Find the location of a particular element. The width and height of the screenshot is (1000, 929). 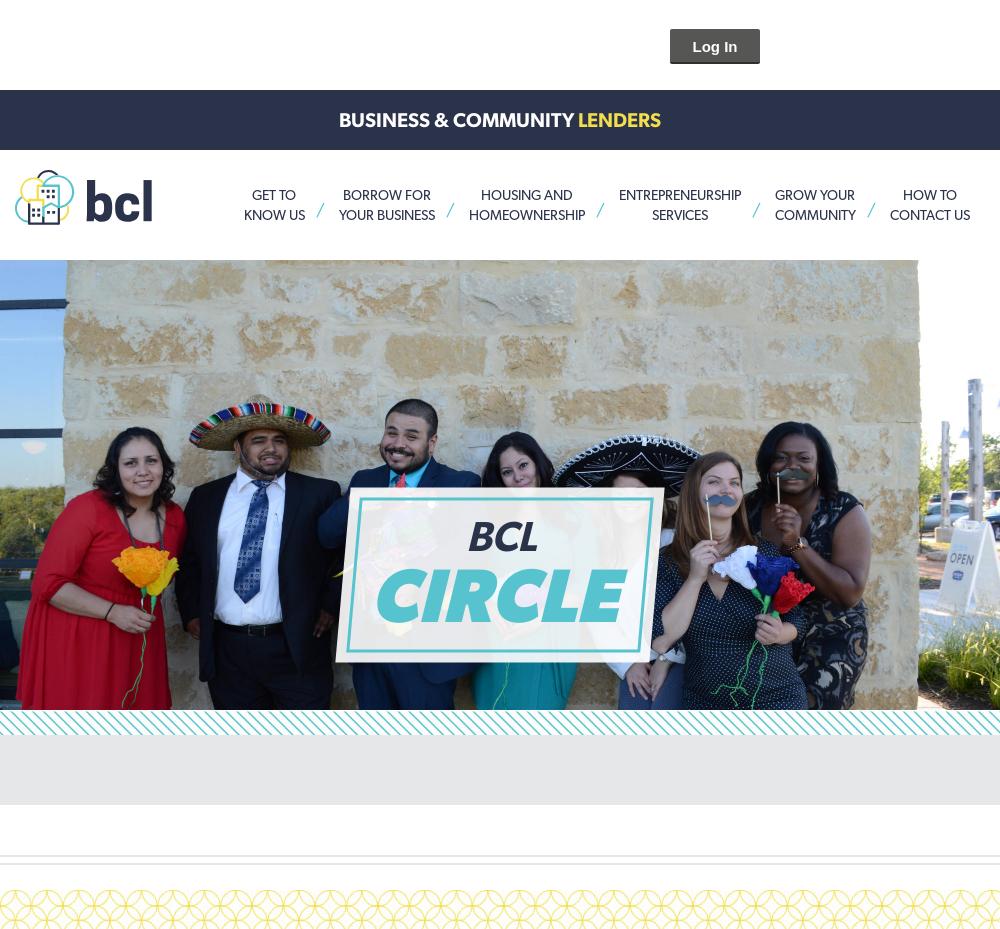

'Get To' is located at coordinates (274, 193).